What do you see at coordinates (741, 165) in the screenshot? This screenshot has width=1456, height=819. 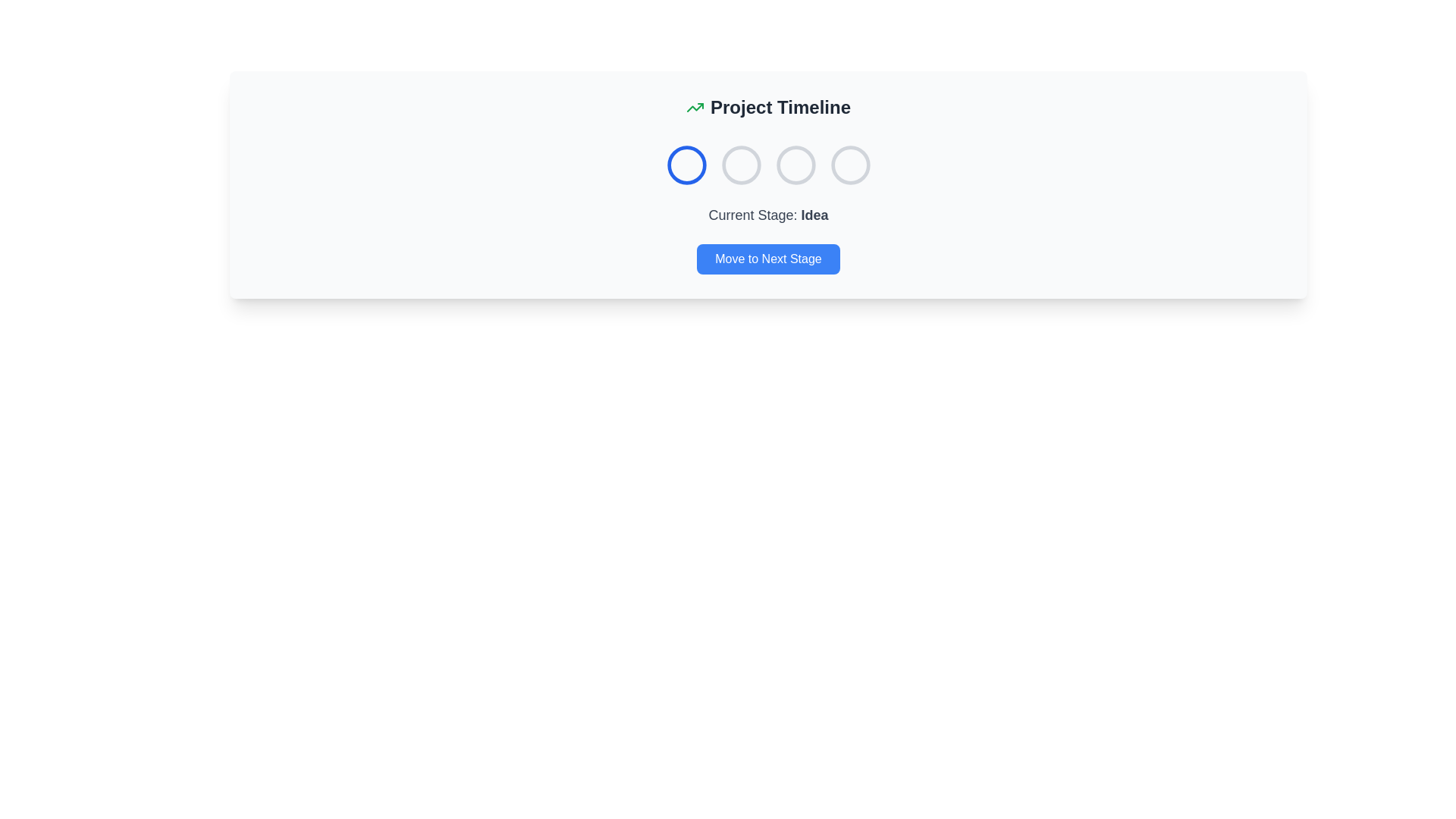 I see `the status or description of the second circular icon in the 'Project Timeline' section, which has a gray border and a white-filled interior` at bounding box center [741, 165].